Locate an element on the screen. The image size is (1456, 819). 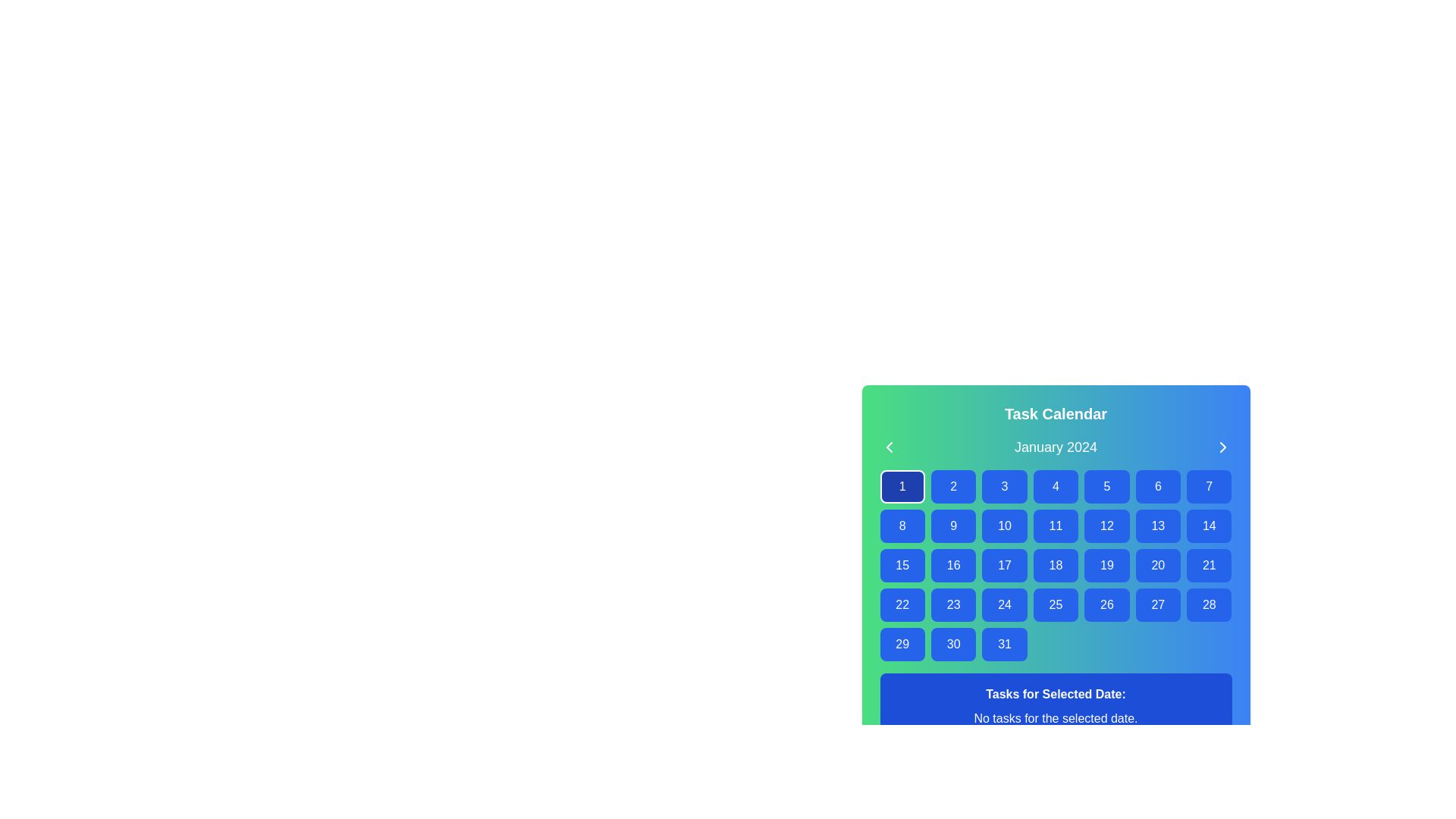
the selectable date button located in the fourth row, second from the left in a calendar UI grid layout is located at coordinates (952, 604).